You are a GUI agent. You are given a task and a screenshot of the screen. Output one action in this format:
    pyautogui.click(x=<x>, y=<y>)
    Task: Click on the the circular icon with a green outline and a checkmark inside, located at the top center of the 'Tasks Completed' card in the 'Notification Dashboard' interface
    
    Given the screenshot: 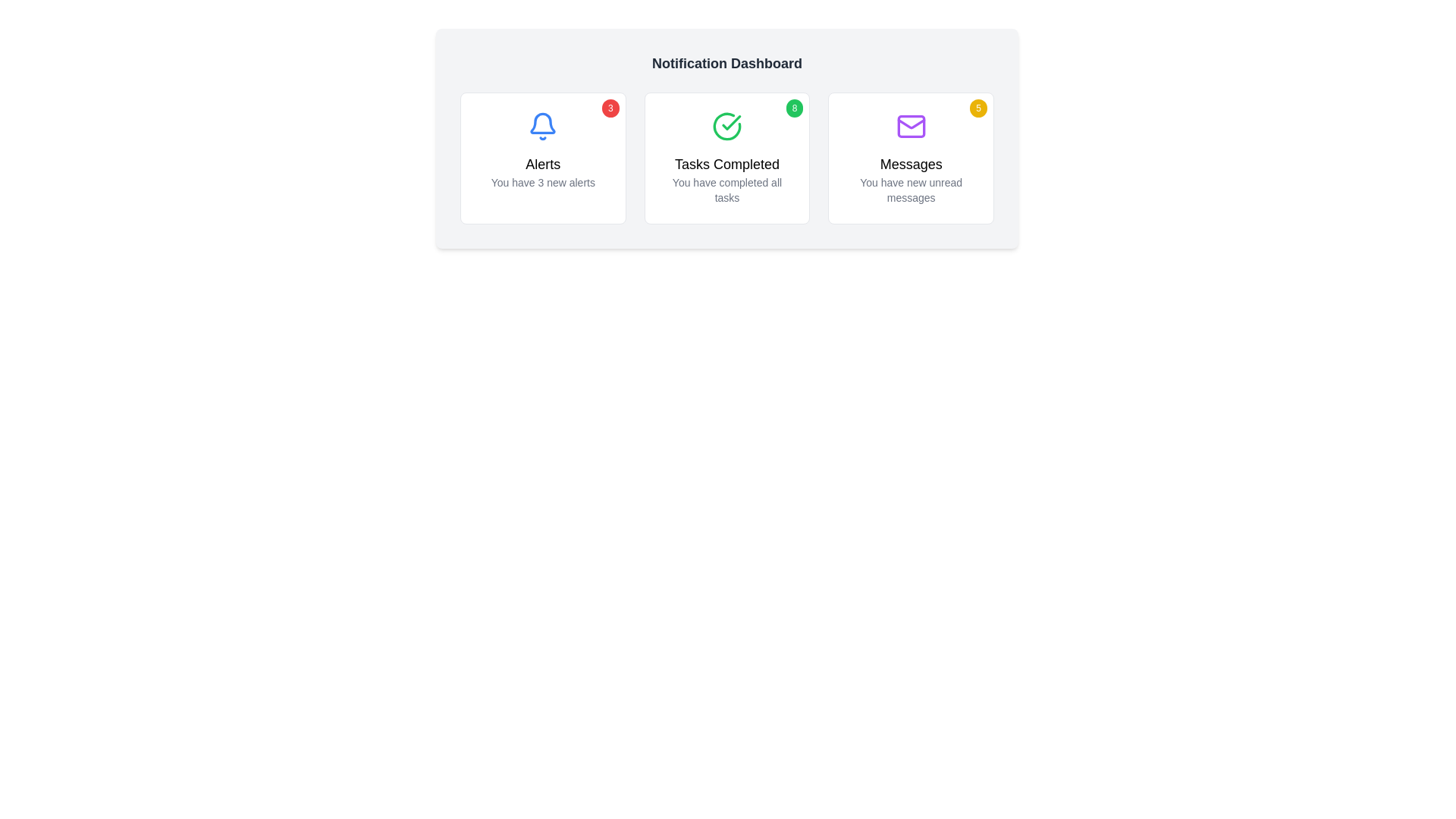 What is the action you would take?
    pyautogui.click(x=726, y=125)
    